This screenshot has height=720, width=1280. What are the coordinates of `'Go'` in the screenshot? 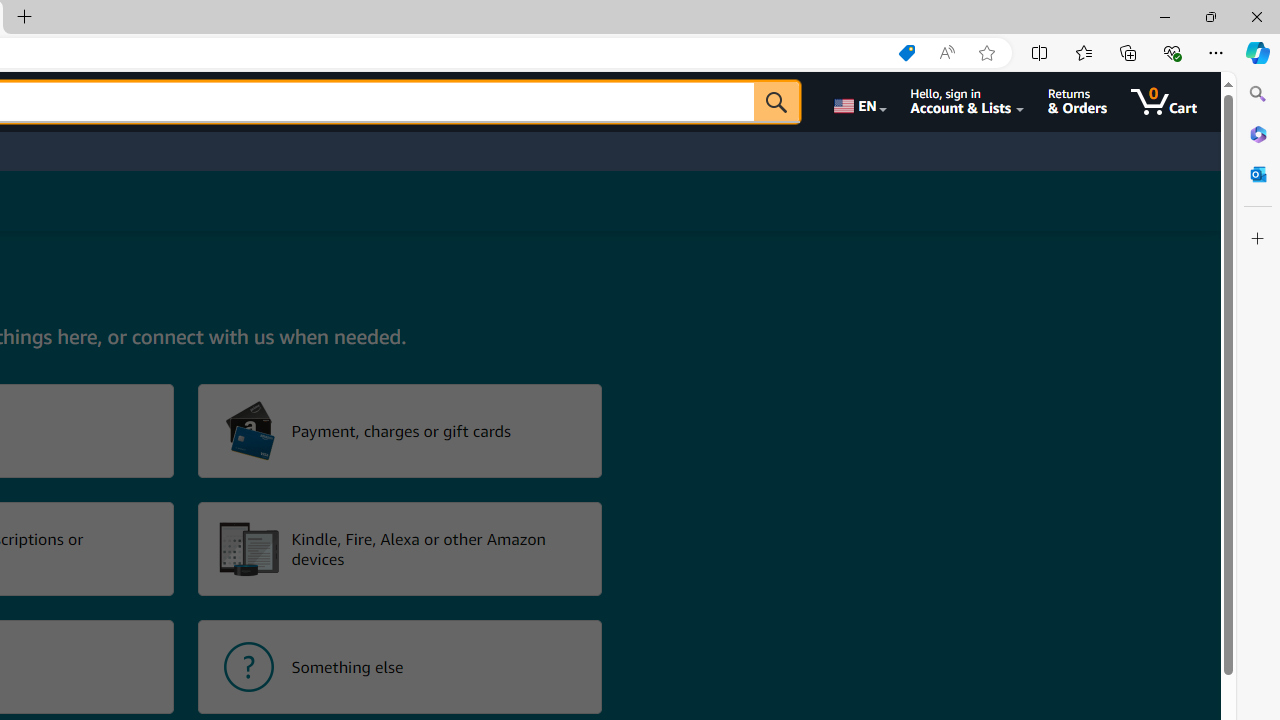 It's located at (775, 101).